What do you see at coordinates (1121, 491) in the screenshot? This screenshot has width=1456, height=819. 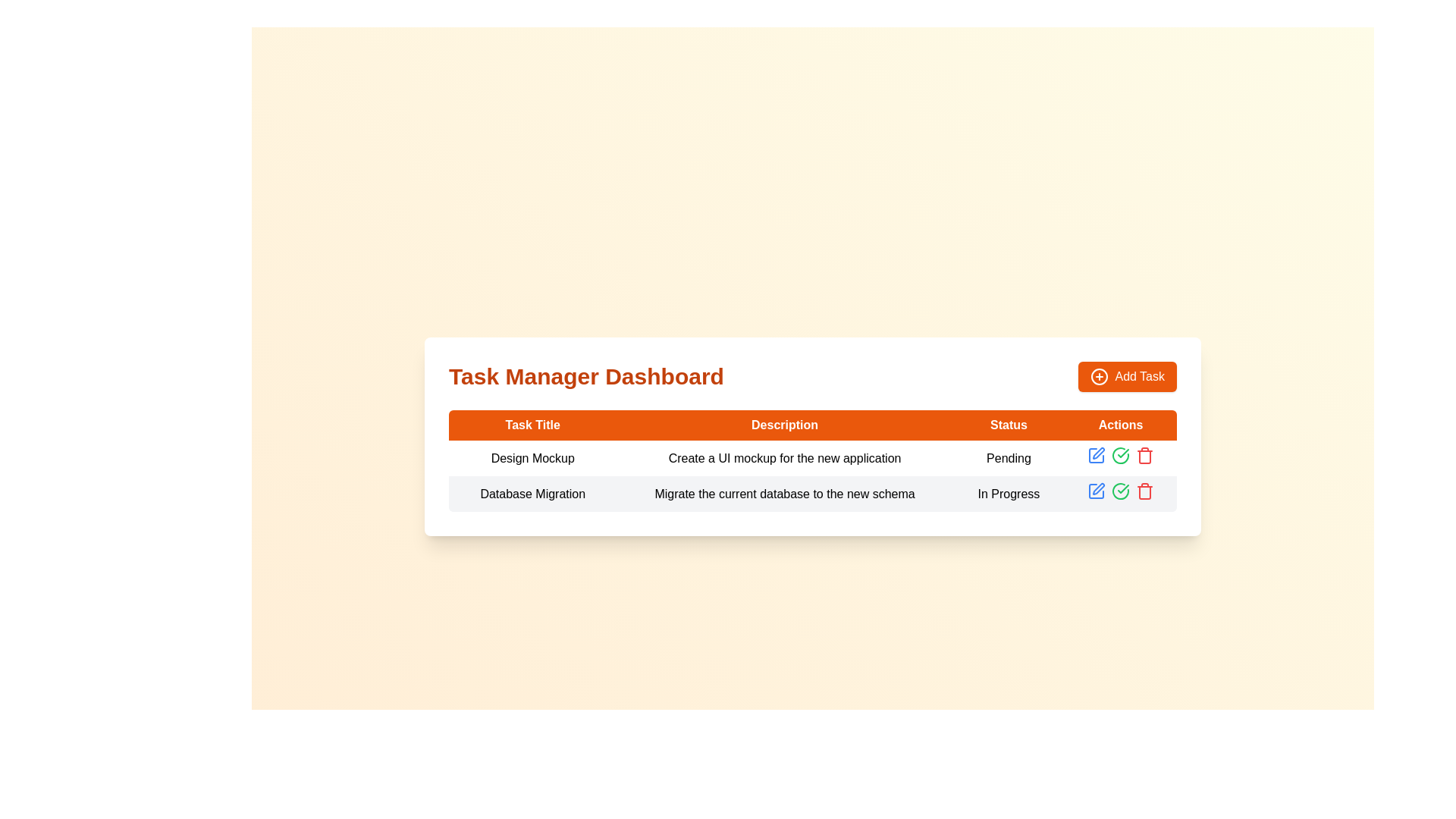 I see `the circular green button with a checkmark icon located in the second row of the 'Actions' column` at bounding box center [1121, 491].